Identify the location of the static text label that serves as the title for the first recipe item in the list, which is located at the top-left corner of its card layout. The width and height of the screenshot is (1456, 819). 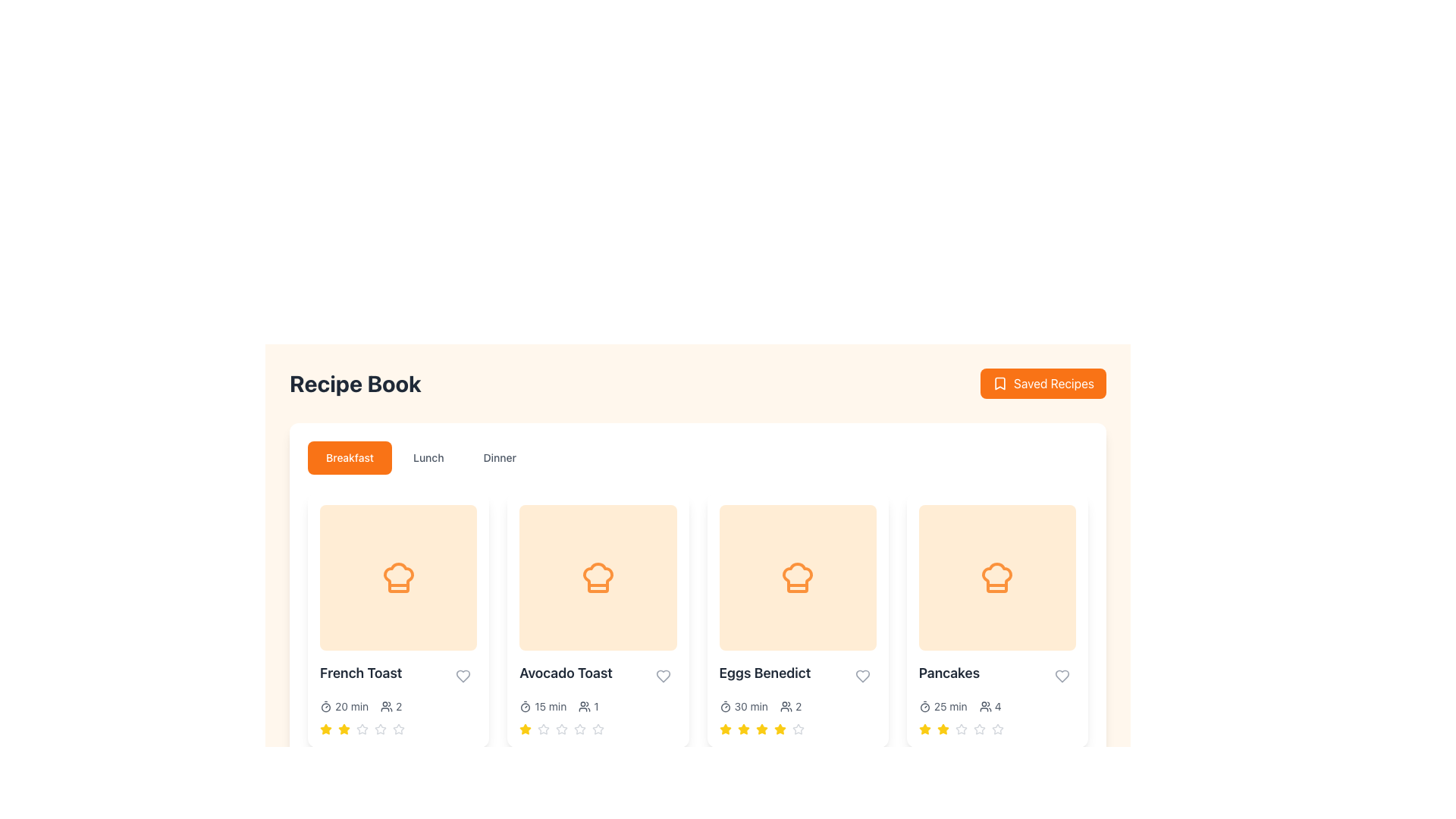
(360, 672).